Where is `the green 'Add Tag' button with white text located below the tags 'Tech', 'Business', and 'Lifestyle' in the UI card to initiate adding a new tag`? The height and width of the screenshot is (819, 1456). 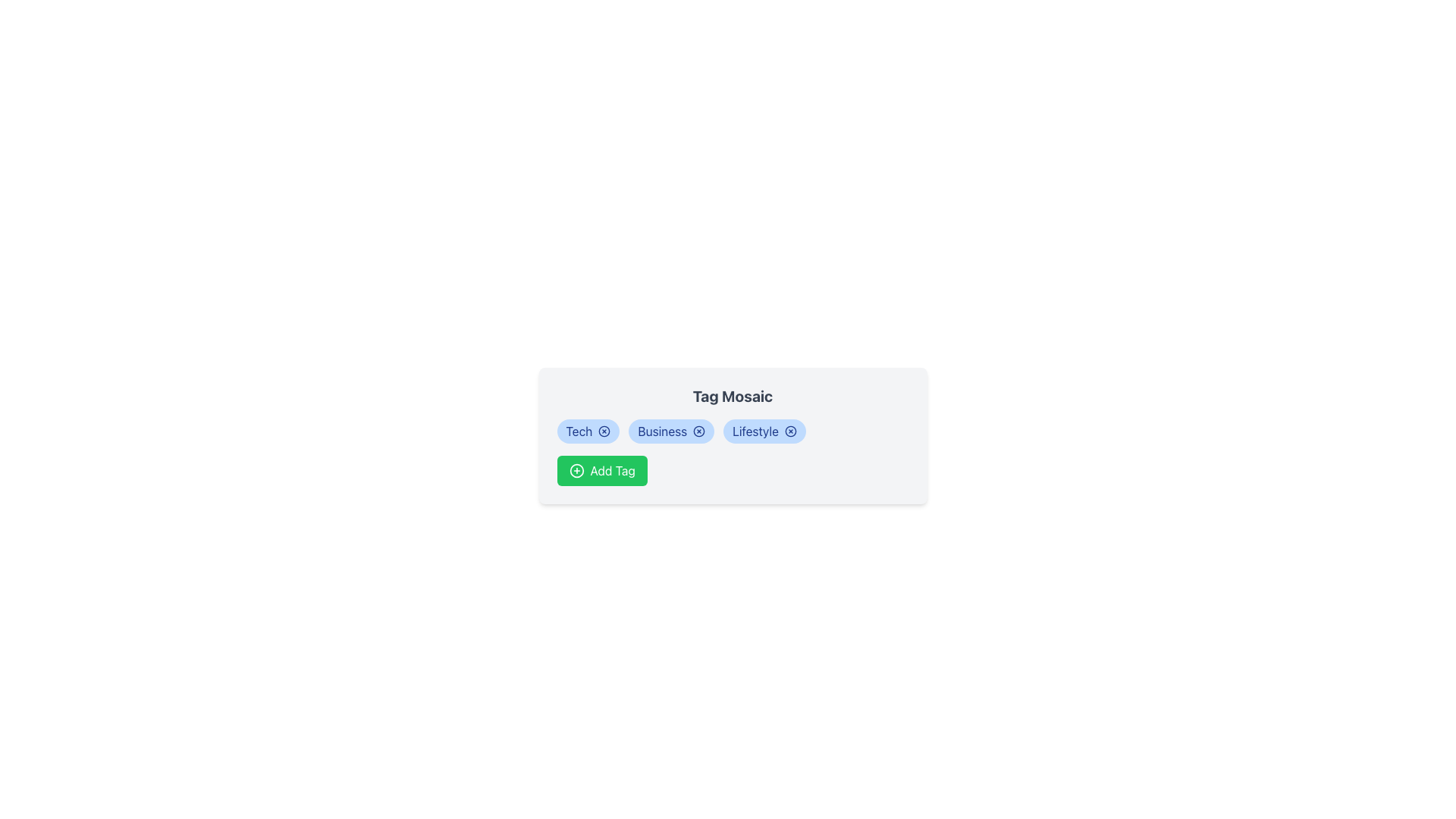 the green 'Add Tag' button with white text located below the tags 'Tech', 'Business', and 'Lifestyle' in the UI card to initiate adding a new tag is located at coordinates (601, 470).